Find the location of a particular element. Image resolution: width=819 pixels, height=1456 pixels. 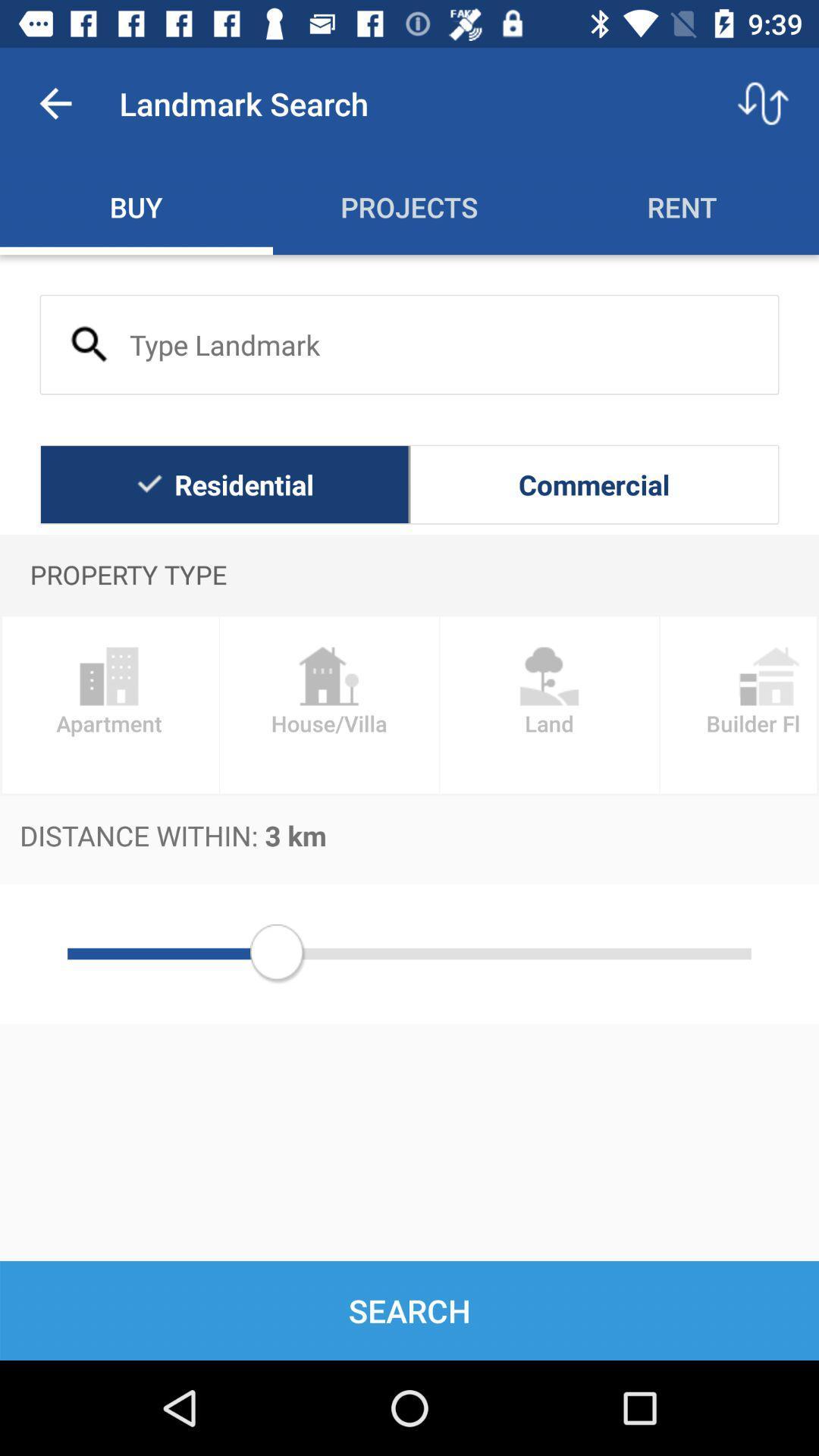

the item above distance within 3 is located at coordinates (549, 704).